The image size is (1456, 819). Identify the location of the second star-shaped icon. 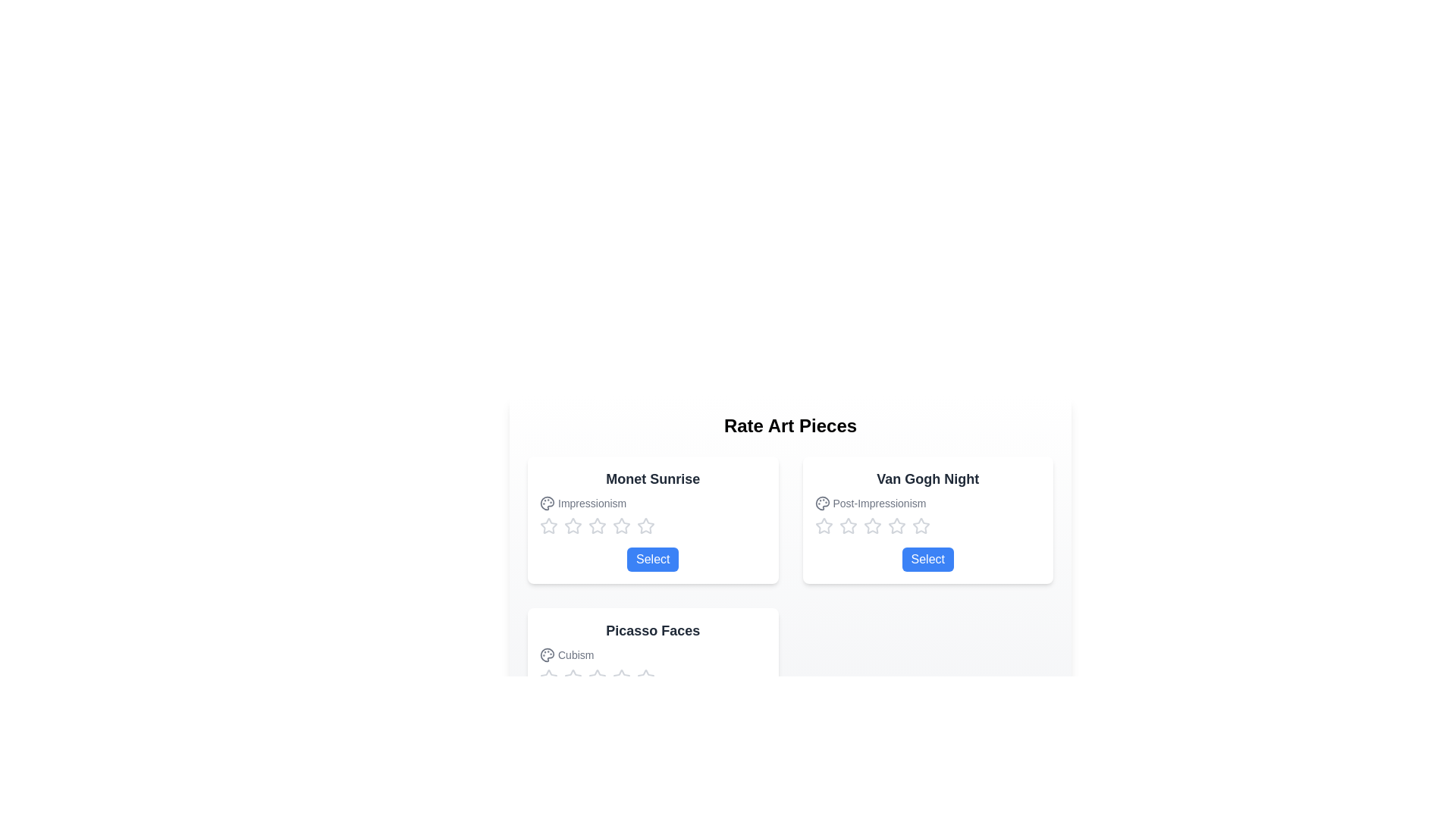
(622, 525).